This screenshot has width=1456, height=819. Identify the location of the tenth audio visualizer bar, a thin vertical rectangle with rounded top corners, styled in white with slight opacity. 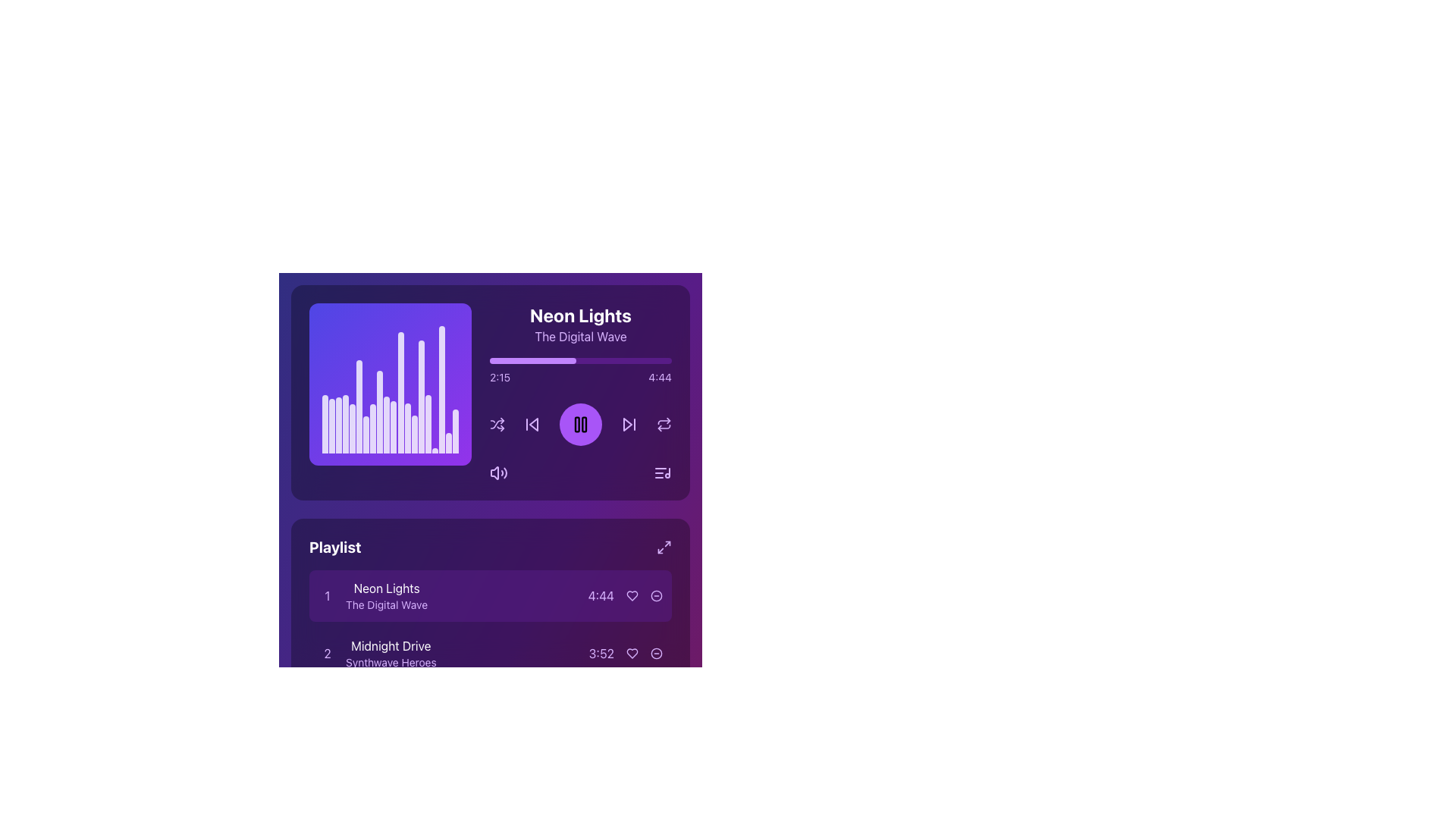
(387, 425).